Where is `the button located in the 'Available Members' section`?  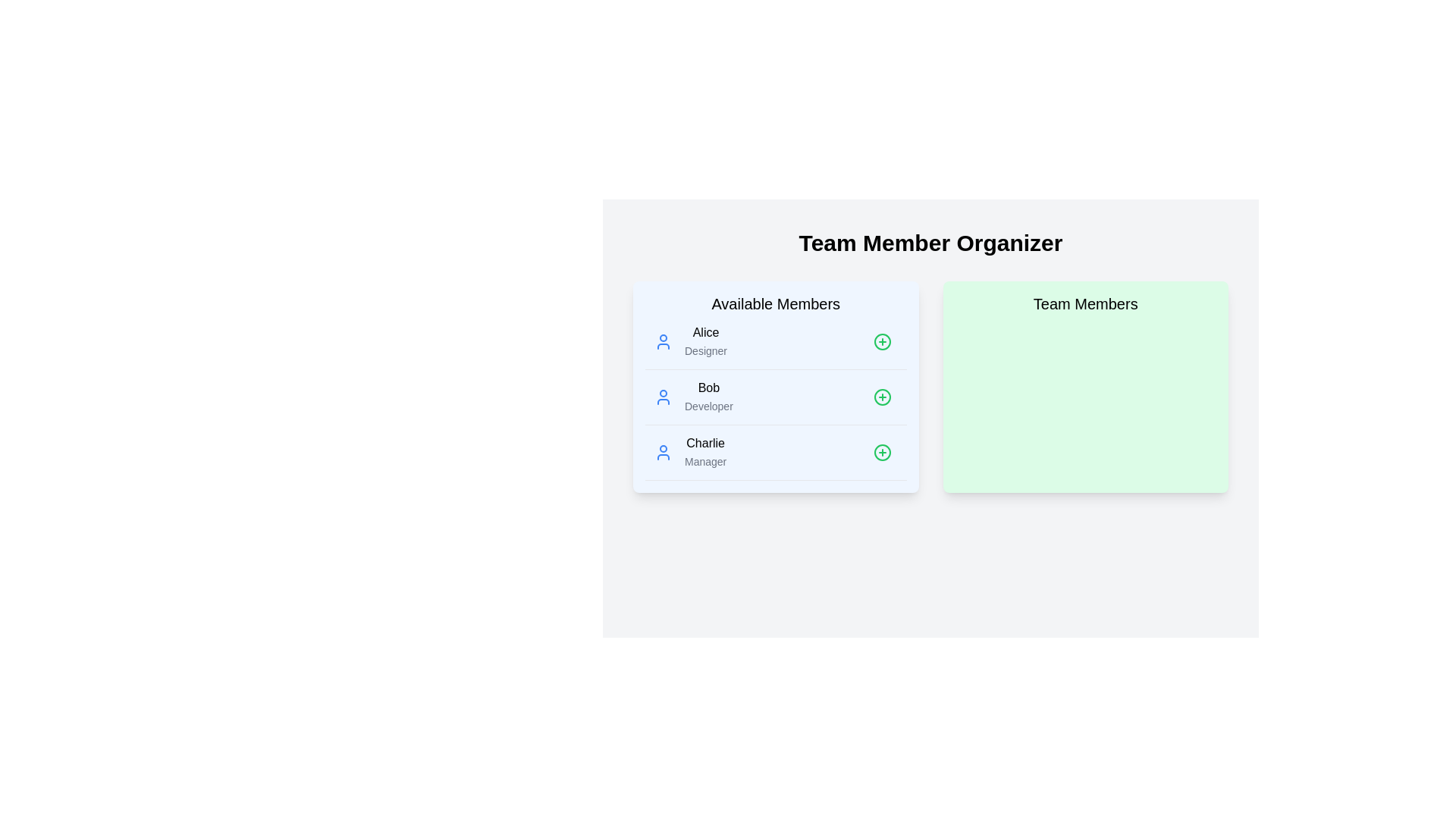 the button located in the 'Available Members' section is located at coordinates (882, 397).